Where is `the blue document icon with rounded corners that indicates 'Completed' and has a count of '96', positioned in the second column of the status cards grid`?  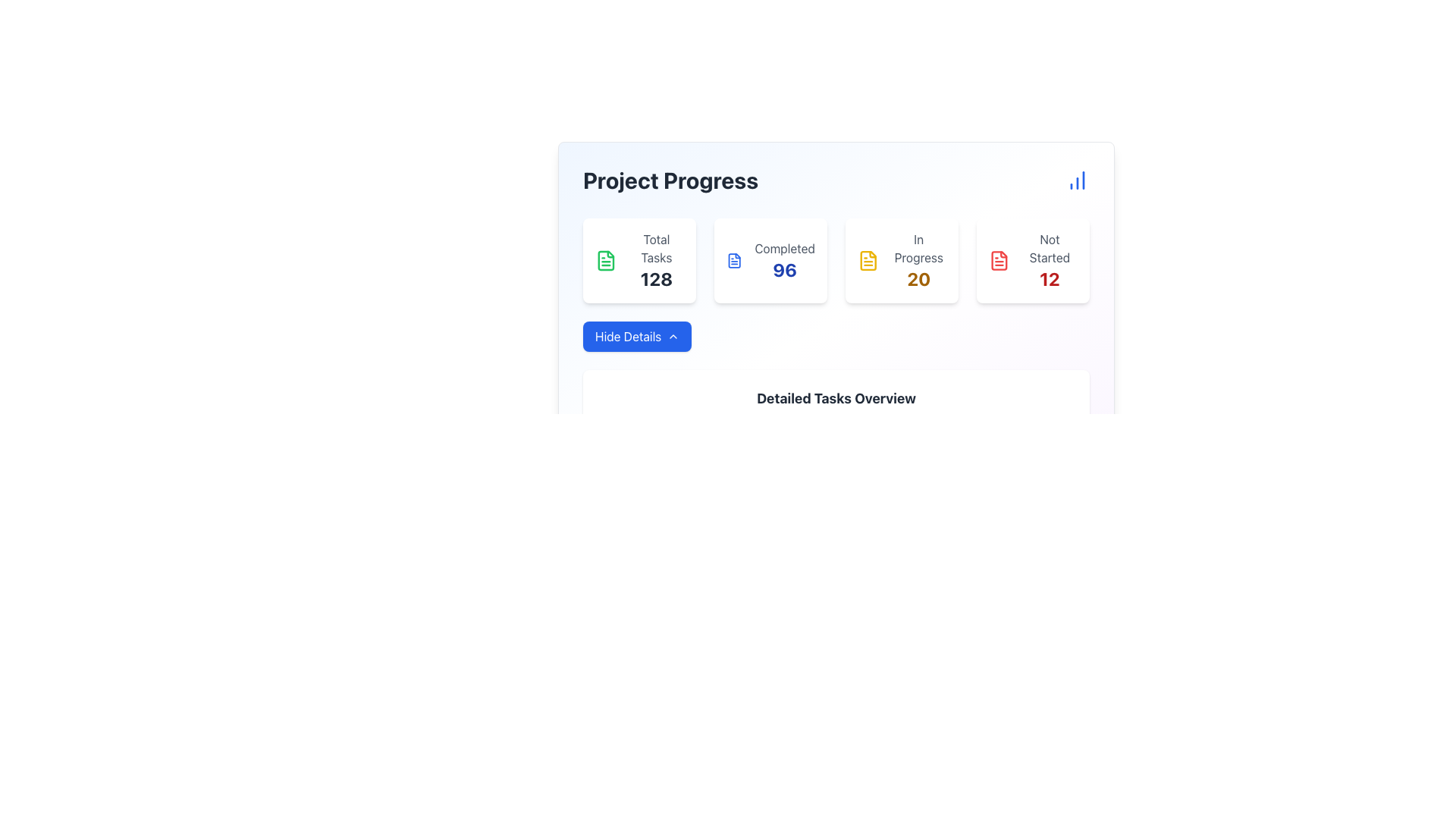 the blue document icon with rounded corners that indicates 'Completed' and has a count of '96', positioned in the second column of the status cards grid is located at coordinates (734, 259).